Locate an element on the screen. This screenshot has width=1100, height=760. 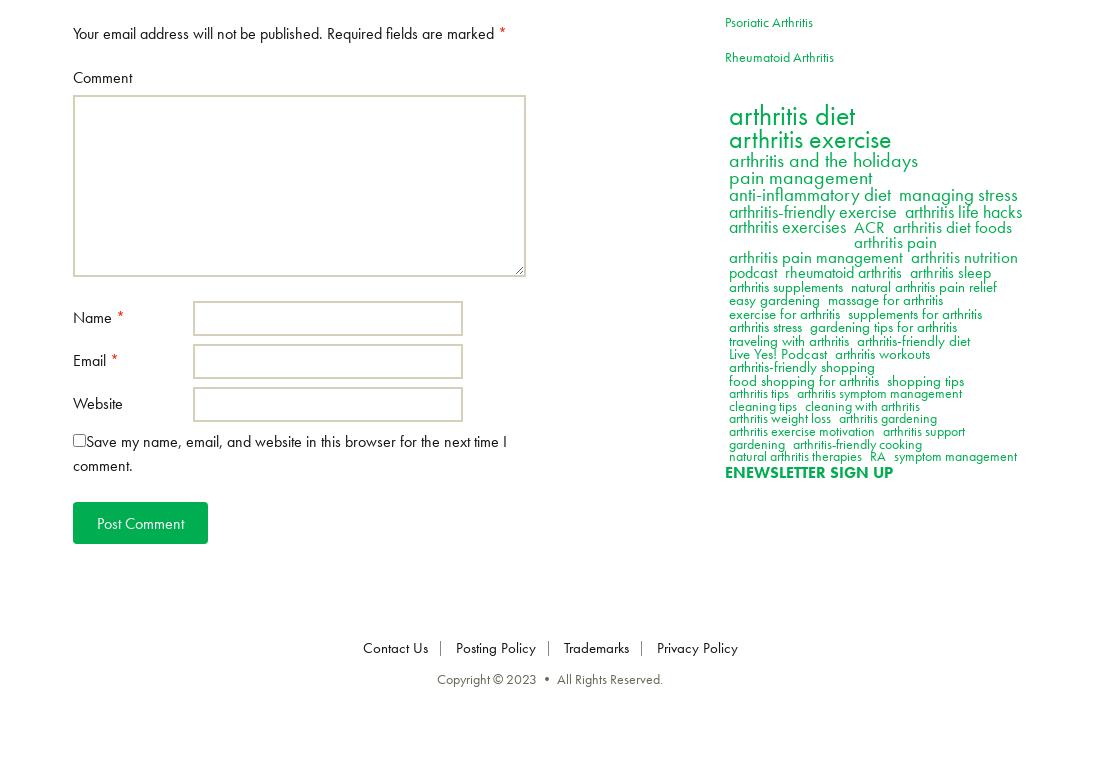
'Copyright © 2023 • All Rights Reserved.' is located at coordinates (550, 678).